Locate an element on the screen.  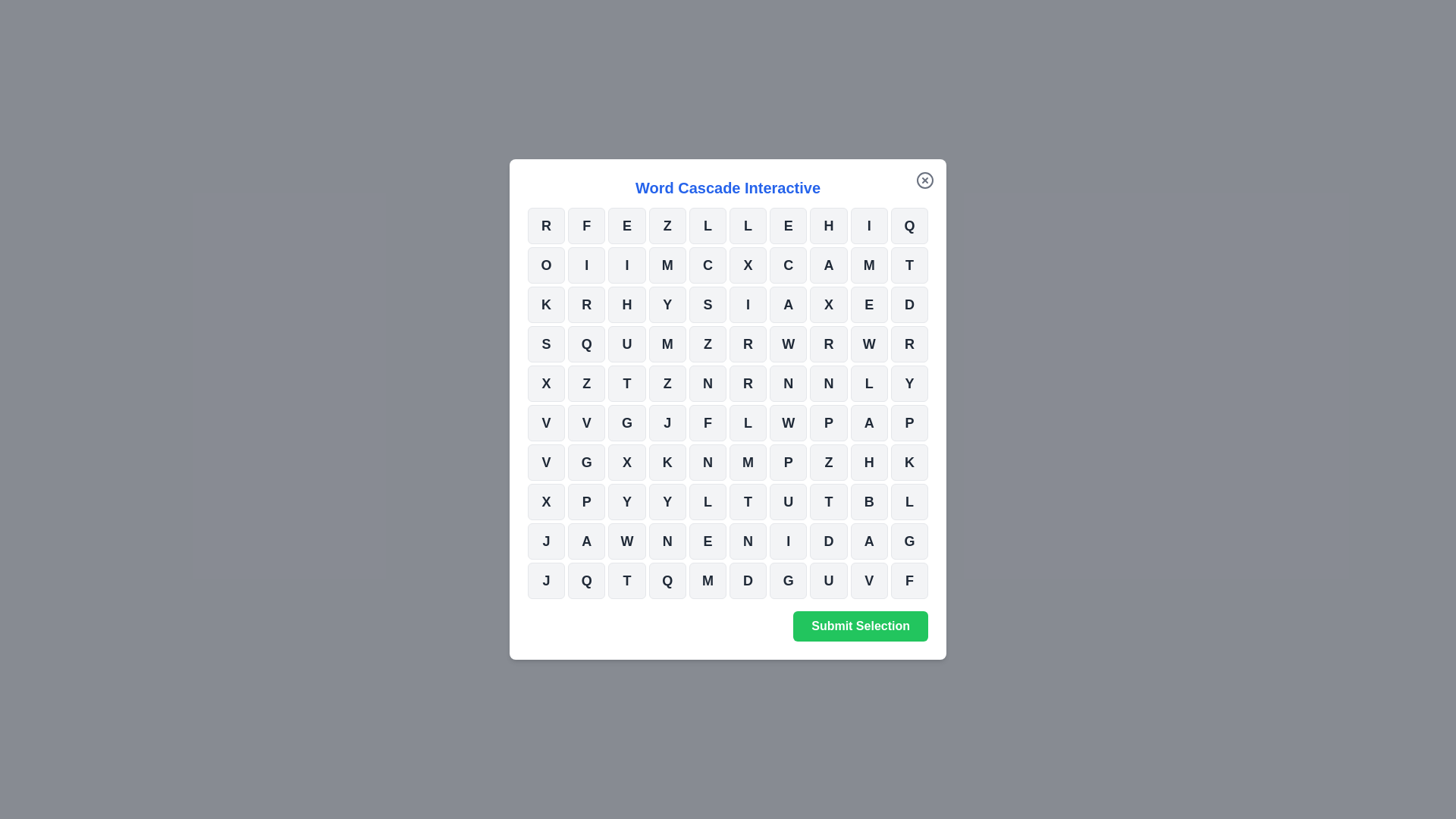
the 'Submit Selection' button to submit the selected cells is located at coordinates (860, 626).